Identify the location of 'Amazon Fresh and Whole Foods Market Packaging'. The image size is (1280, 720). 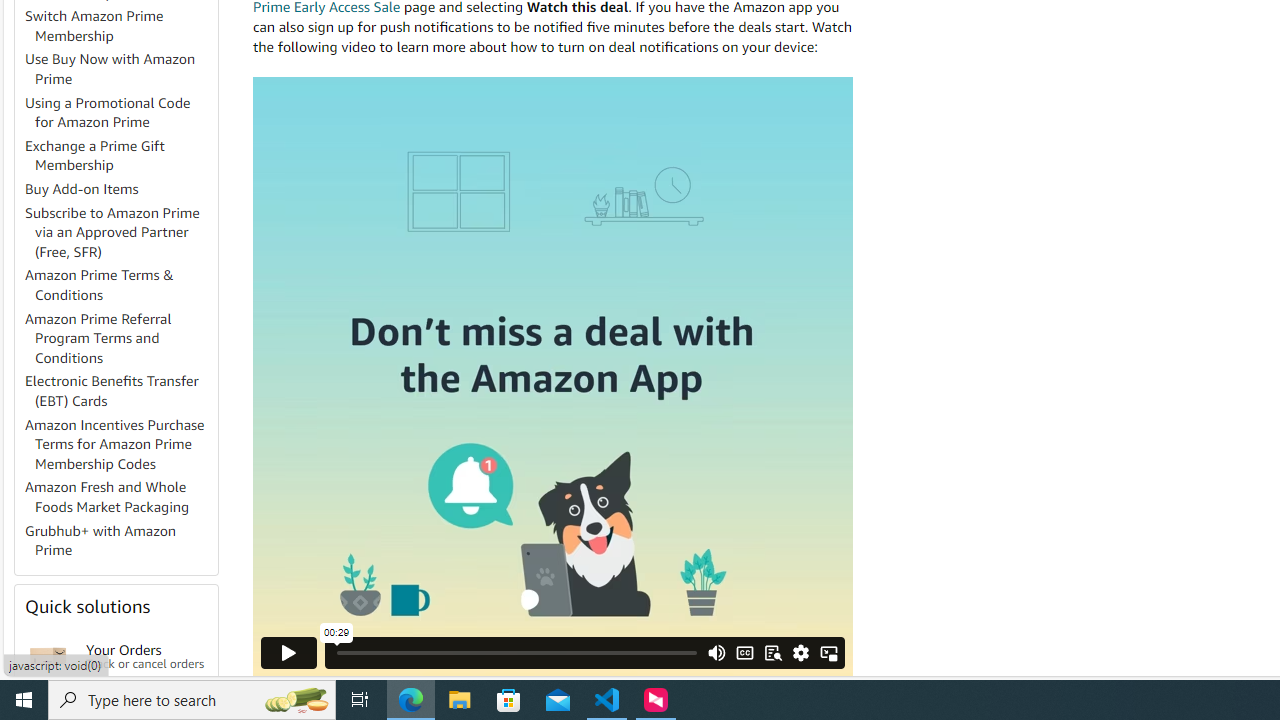
(106, 496).